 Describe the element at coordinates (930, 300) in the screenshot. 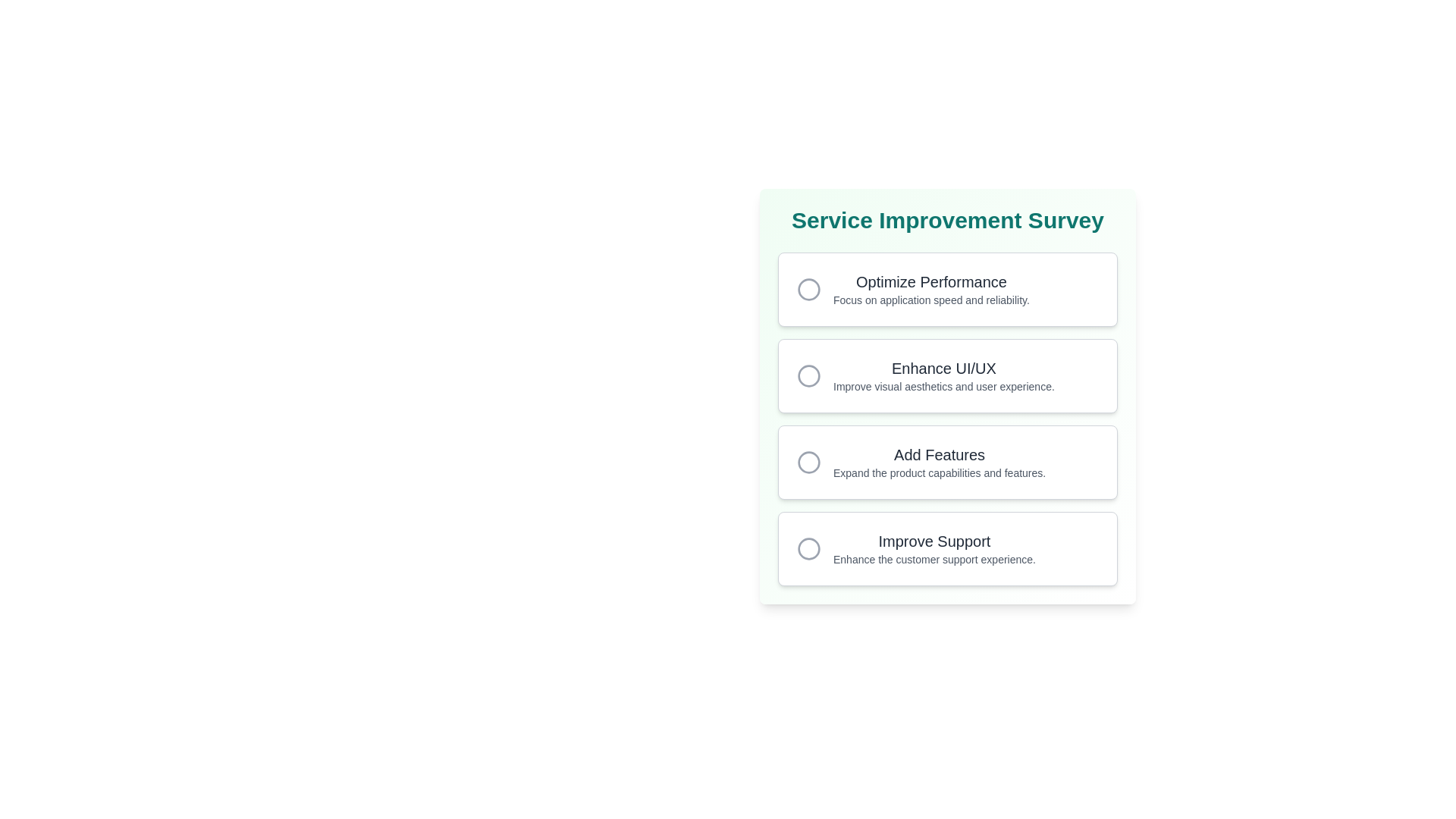

I see `descriptive text that reads 'Focus on application speed and reliability.' located beneath the heading 'Optimize Performance.'` at that location.